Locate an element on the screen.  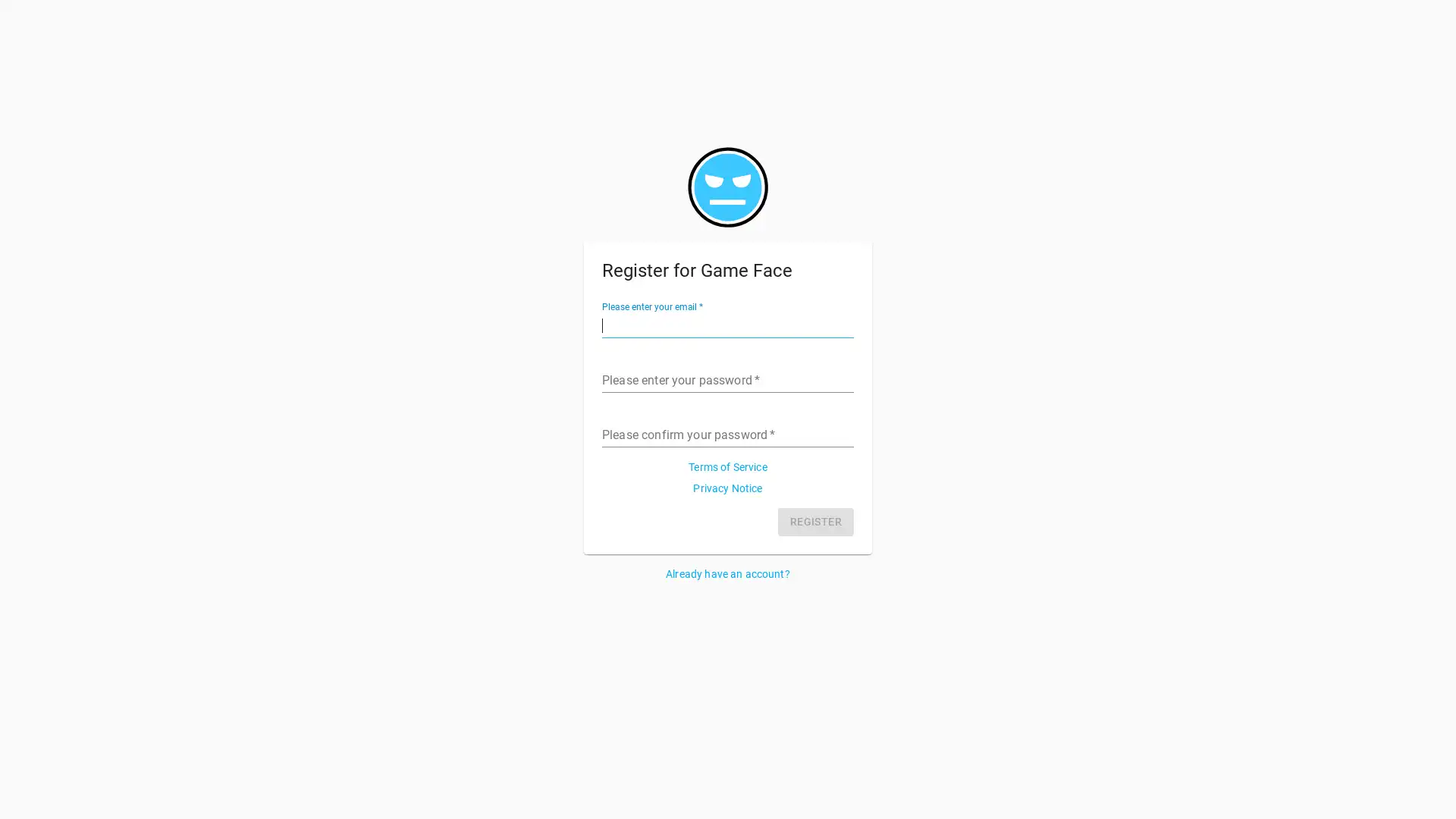
REGISTER is located at coordinates (814, 520).